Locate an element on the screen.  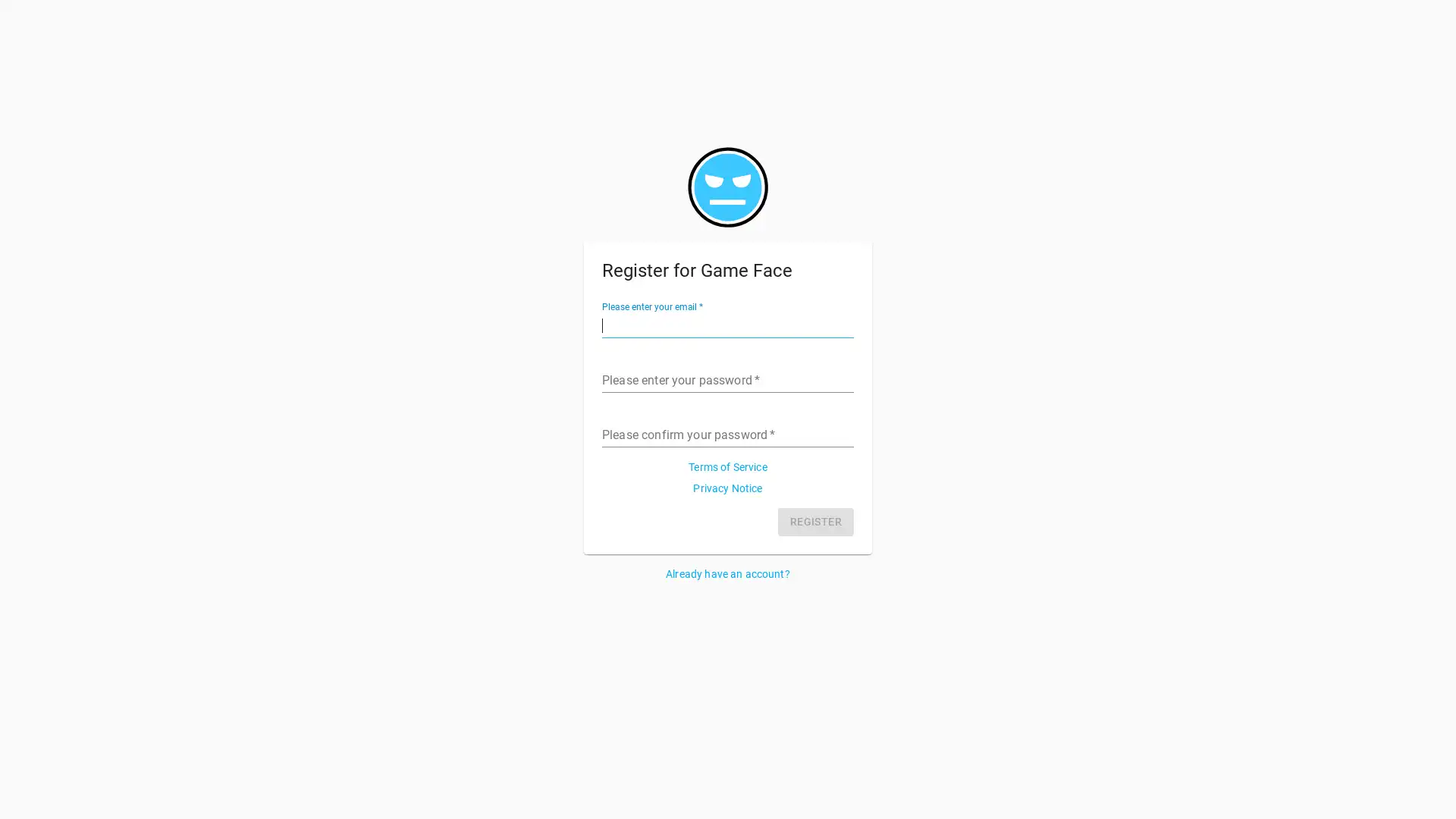
REGISTER is located at coordinates (814, 520).